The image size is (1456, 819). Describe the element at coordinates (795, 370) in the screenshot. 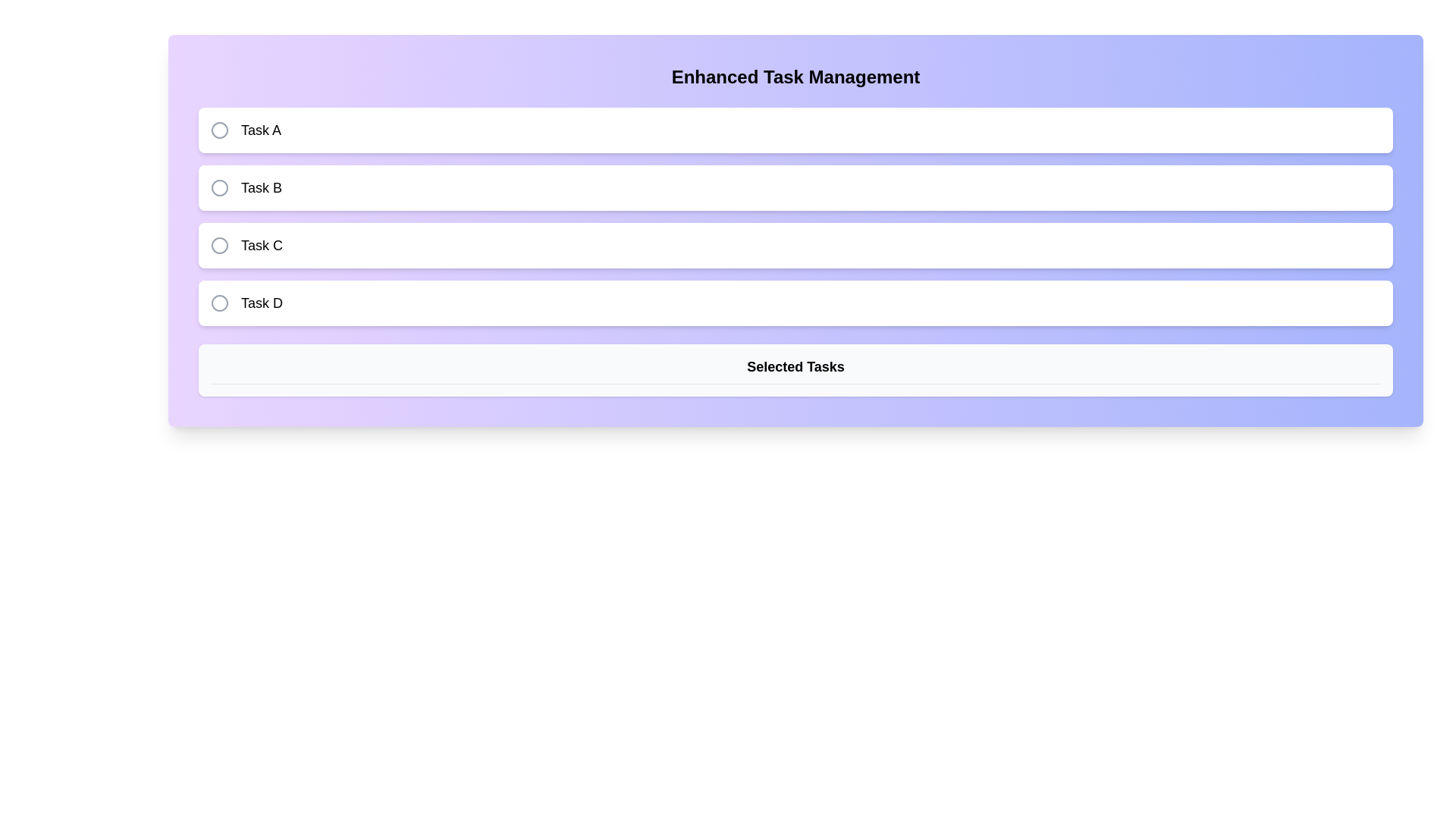

I see `the information in the 'Selected Tasks' label, which is a rectangular box with a light gray background and bold text, located at the bottom of the 'Enhanced Task Management' section` at that location.